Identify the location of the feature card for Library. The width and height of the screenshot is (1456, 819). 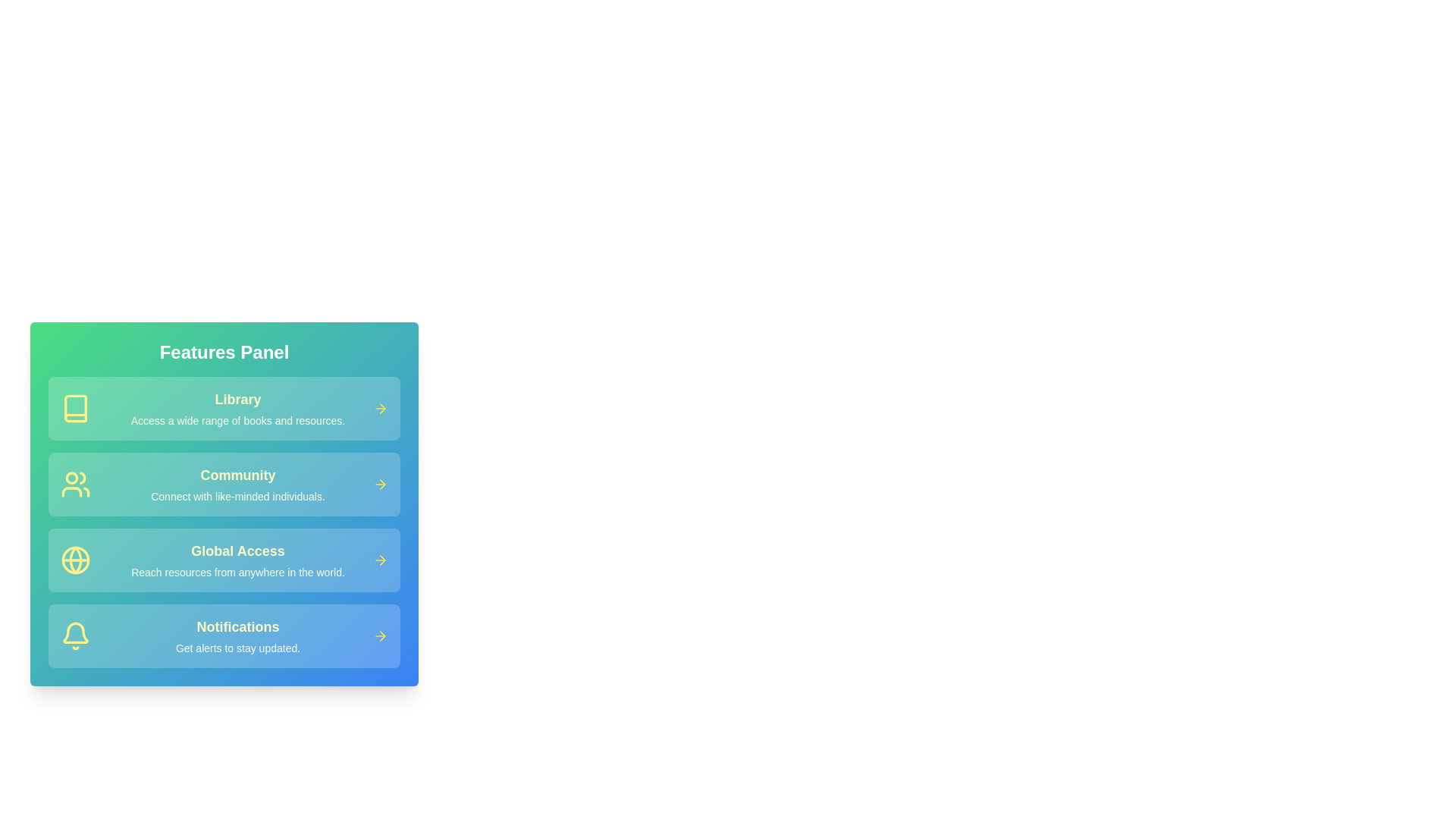
(224, 408).